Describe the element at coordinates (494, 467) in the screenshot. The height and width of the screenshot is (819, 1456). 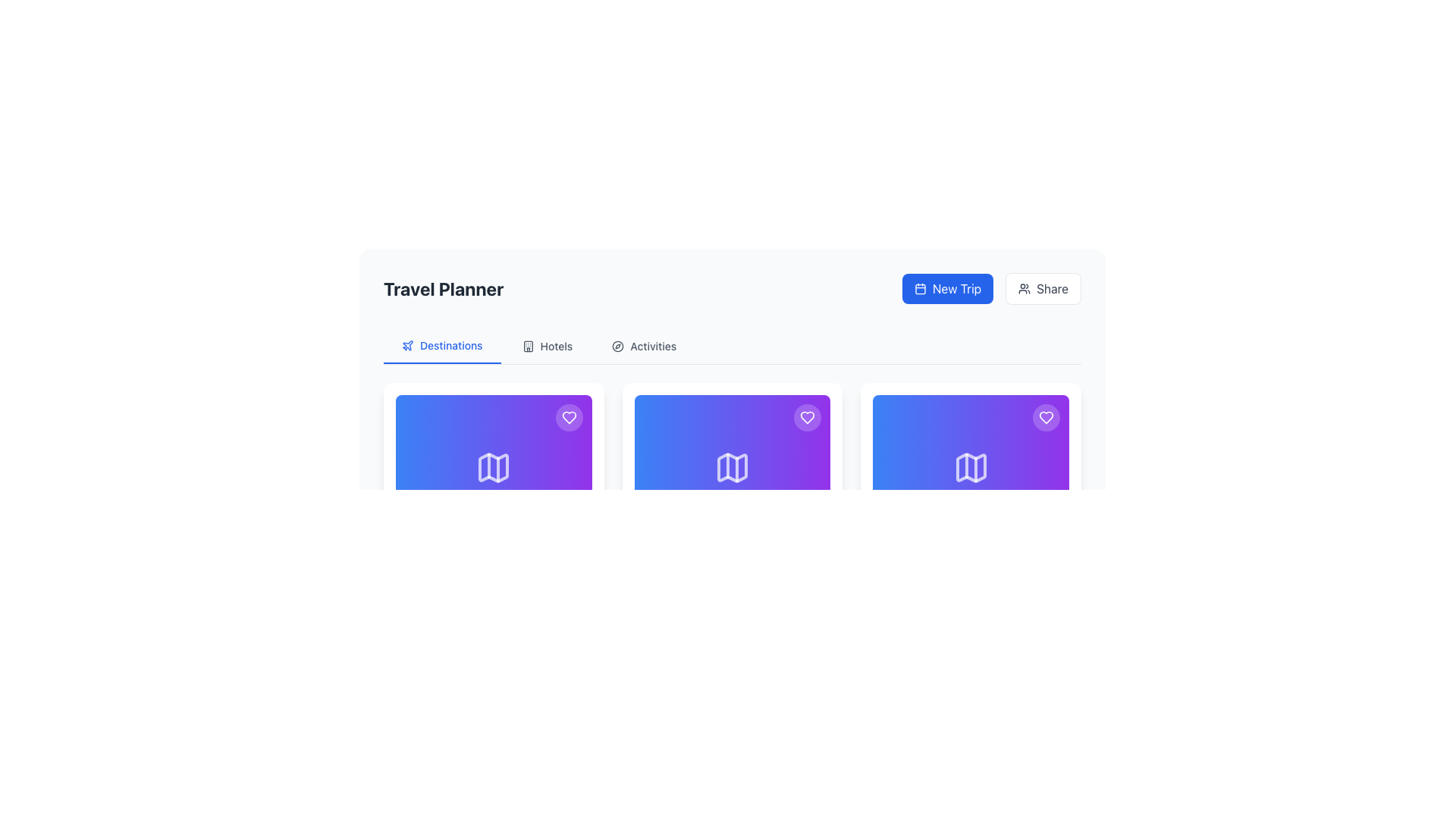
I see `the first card in the 'Destinations' section` at that location.